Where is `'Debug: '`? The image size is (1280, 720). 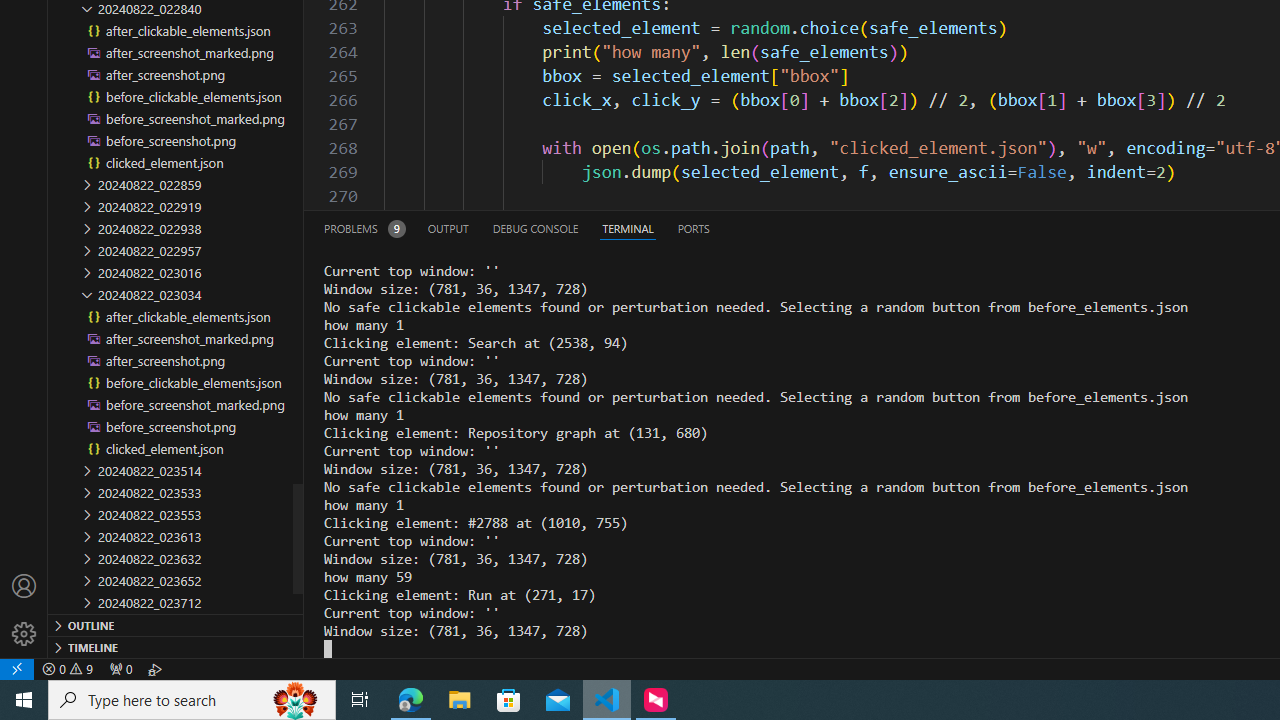
'Debug: ' is located at coordinates (154, 668).